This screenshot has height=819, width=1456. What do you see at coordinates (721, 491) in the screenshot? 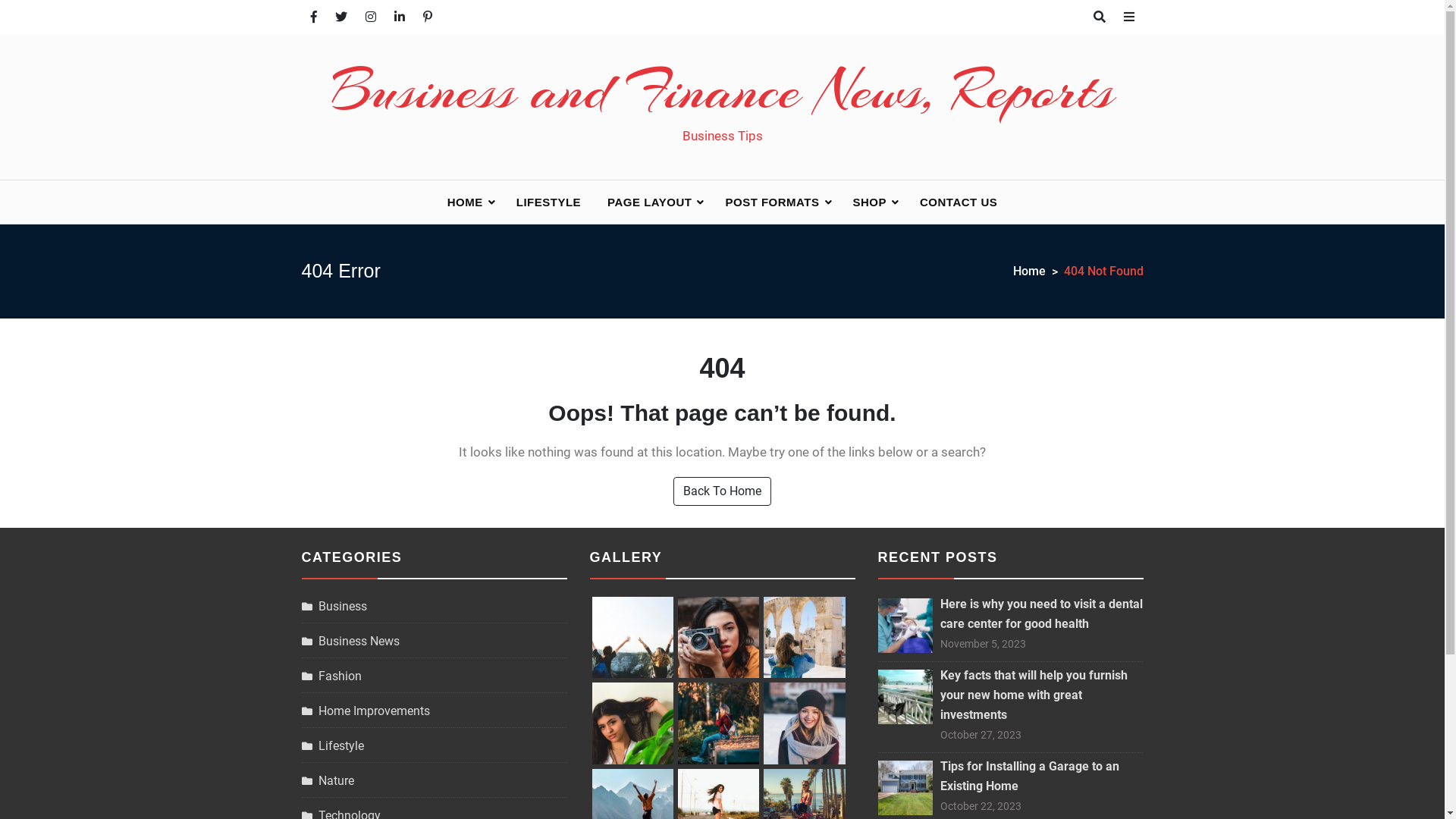
I see `'Back To Home'` at bounding box center [721, 491].